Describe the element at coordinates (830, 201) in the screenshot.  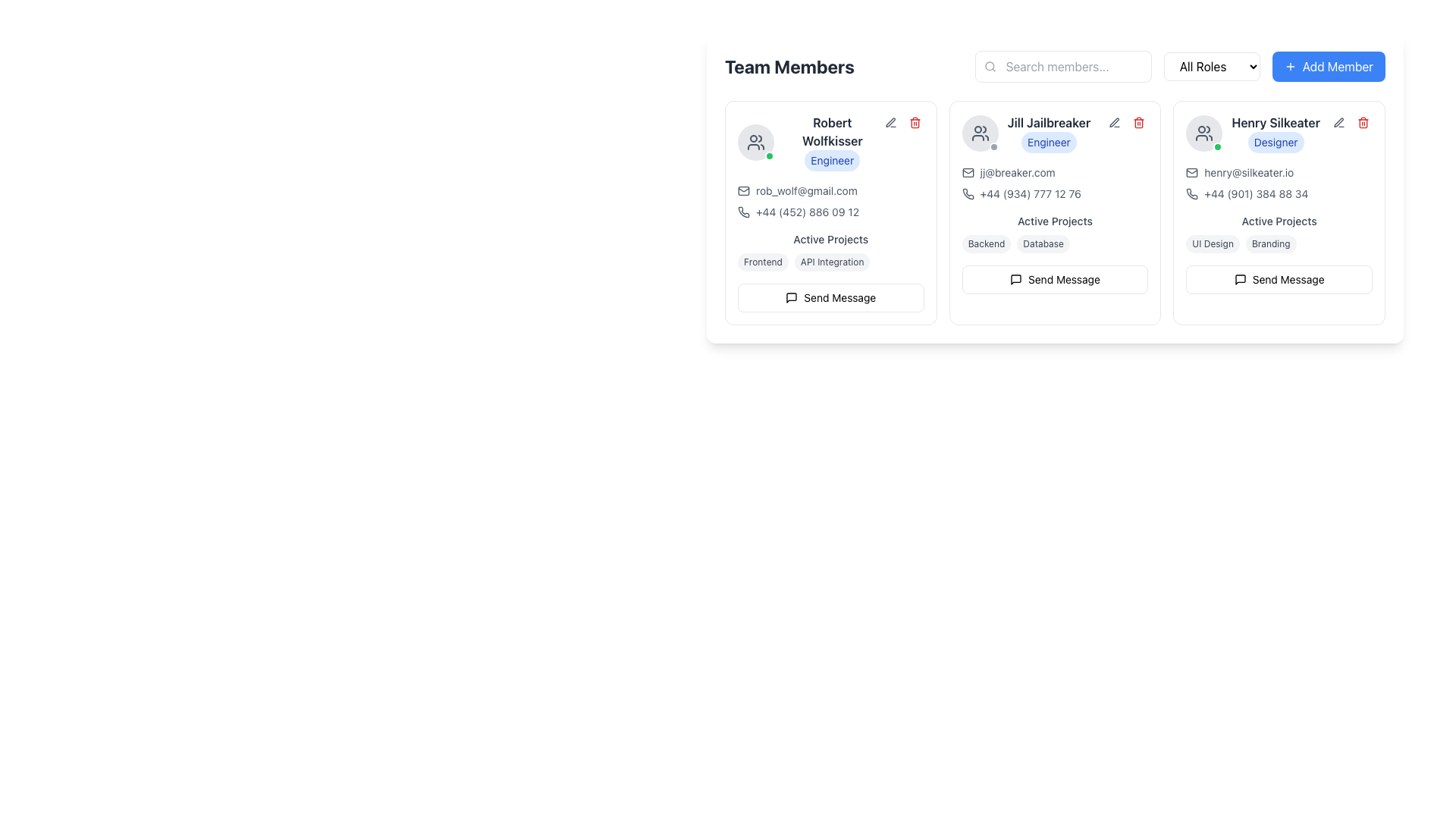
I see `the email address 'rob_wolf@gmail.com' in the informational text of Robert Wolfkisser's card under the 'Team Members' section` at that location.